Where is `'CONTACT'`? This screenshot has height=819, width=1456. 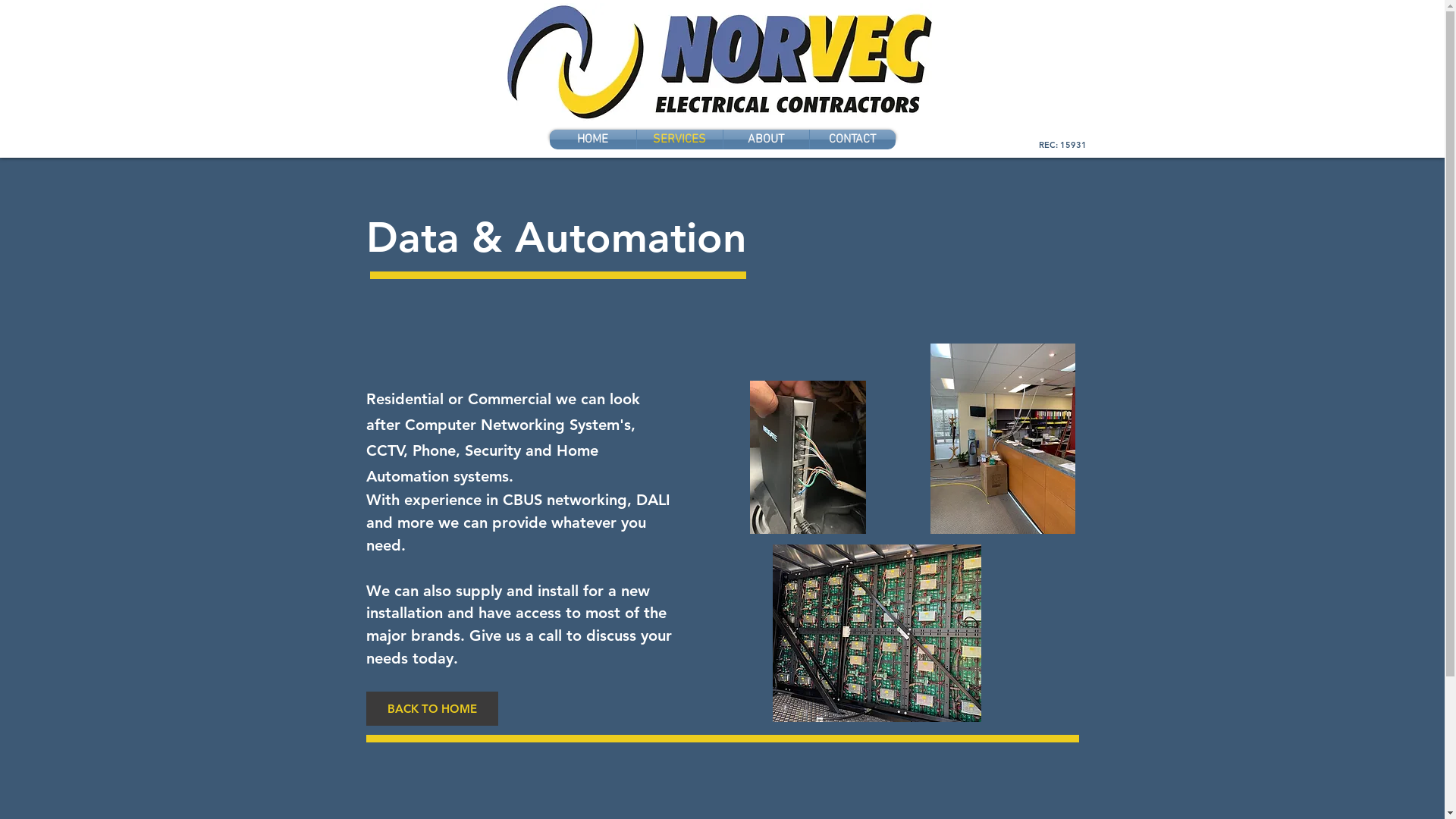
'CONTACT' is located at coordinates (852, 140).